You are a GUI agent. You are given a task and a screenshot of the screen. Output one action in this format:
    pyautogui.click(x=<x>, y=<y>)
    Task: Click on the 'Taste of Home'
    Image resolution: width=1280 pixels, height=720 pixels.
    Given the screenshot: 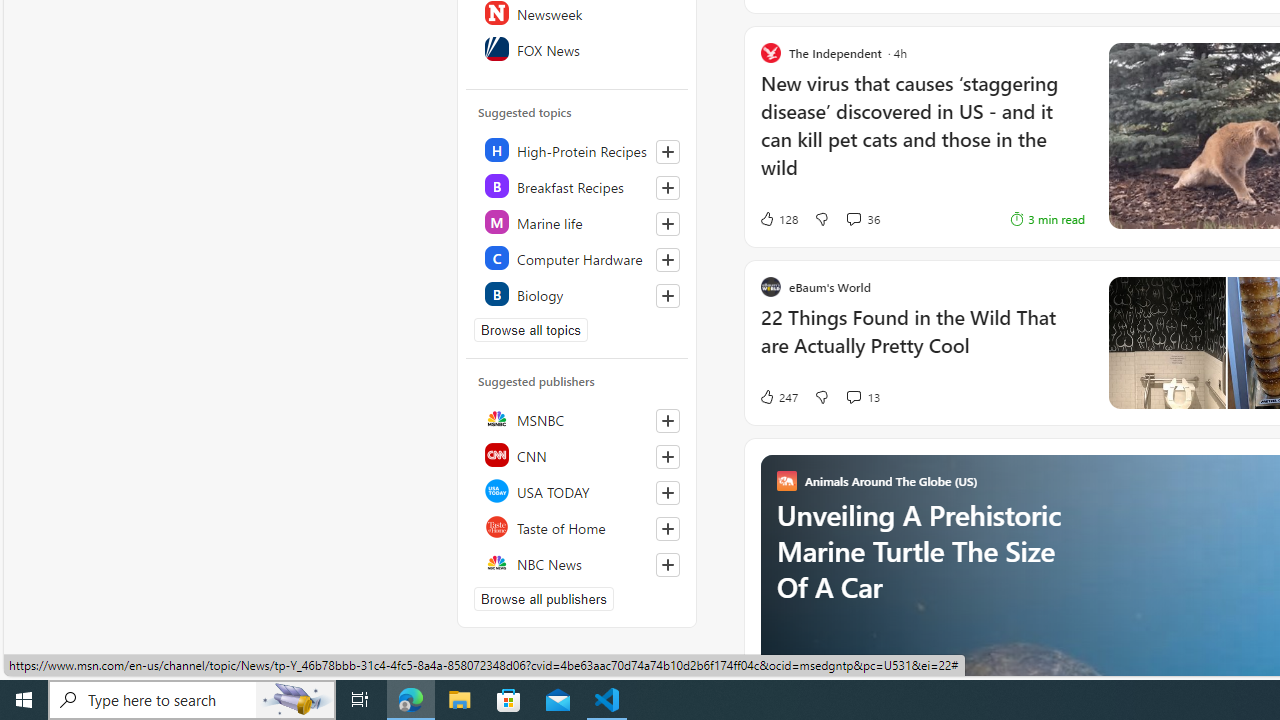 What is the action you would take?
    pyautogui.click(x=577, y=526)
    